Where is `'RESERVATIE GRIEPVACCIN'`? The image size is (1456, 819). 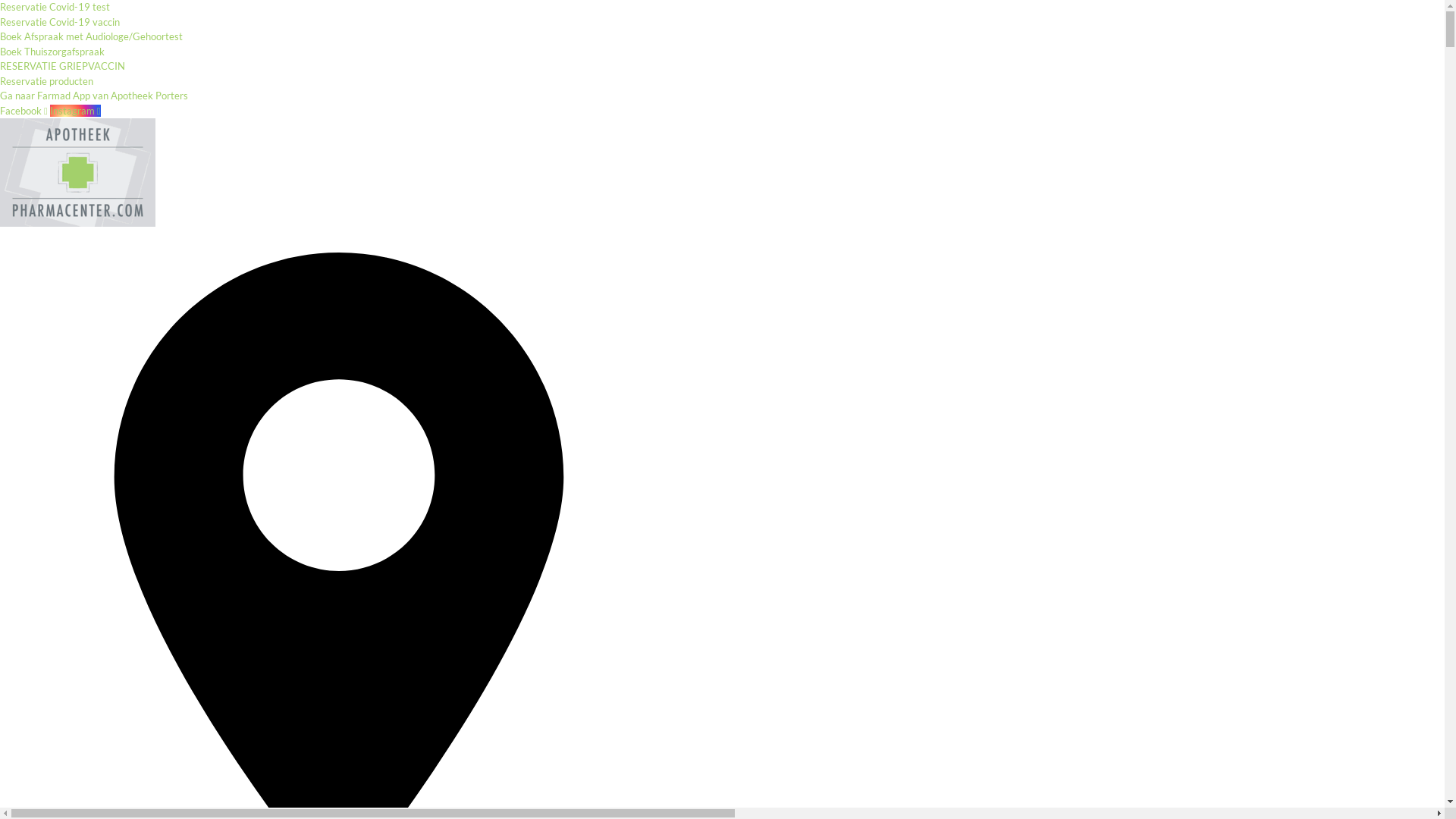
'RESERVATIE GRIEPVACCIN' is located at coordinates (61, 65).